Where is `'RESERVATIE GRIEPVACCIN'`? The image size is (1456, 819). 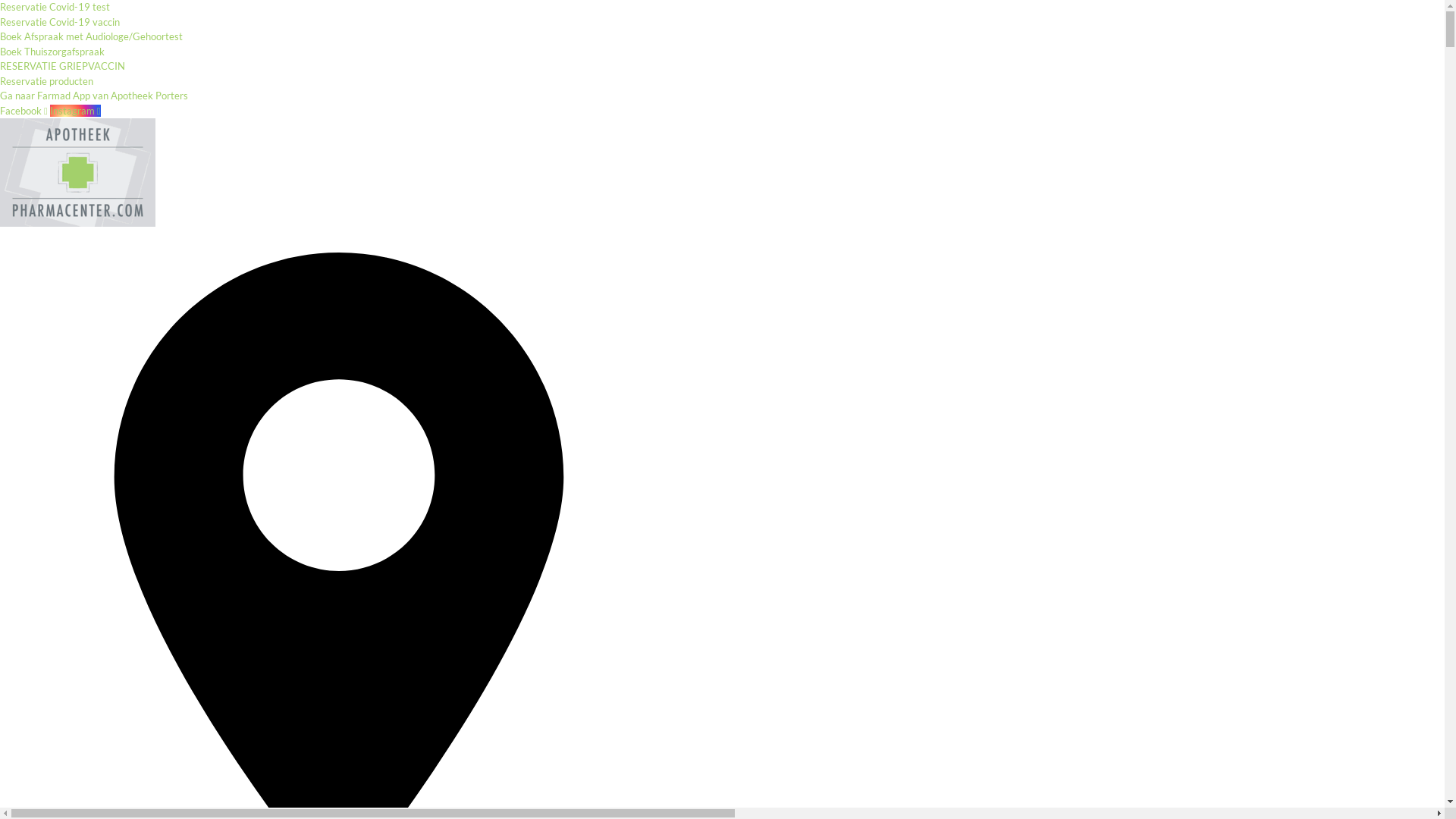
'RESERVATIE GRIEPVACCIN' is located at coordinates (61, 65).